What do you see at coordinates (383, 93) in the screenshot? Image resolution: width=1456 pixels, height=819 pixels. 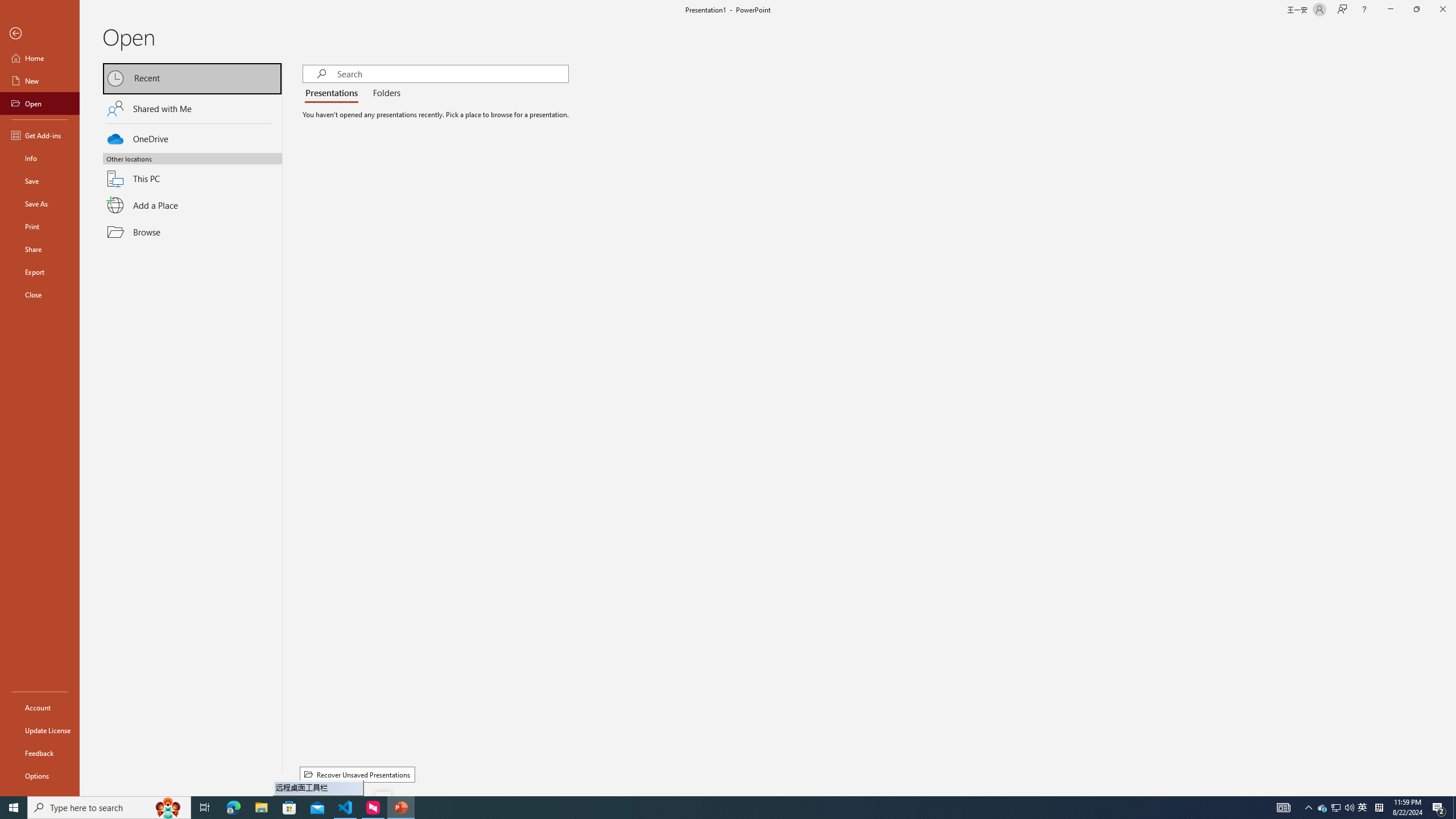 I see `'Folders'` at bounding box center [383, 93].